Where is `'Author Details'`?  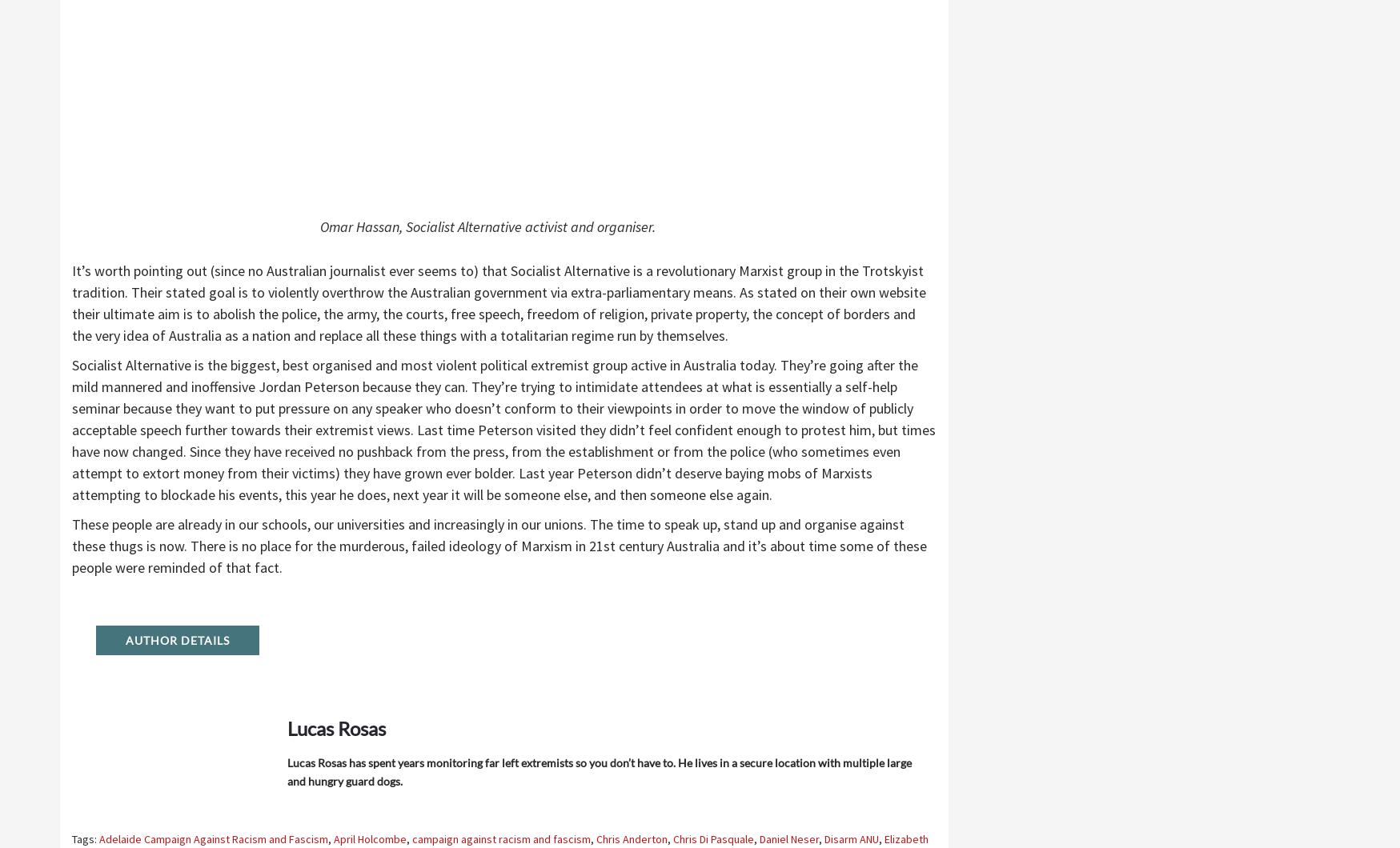
'Author Details' is located at coordinates (124, 640).